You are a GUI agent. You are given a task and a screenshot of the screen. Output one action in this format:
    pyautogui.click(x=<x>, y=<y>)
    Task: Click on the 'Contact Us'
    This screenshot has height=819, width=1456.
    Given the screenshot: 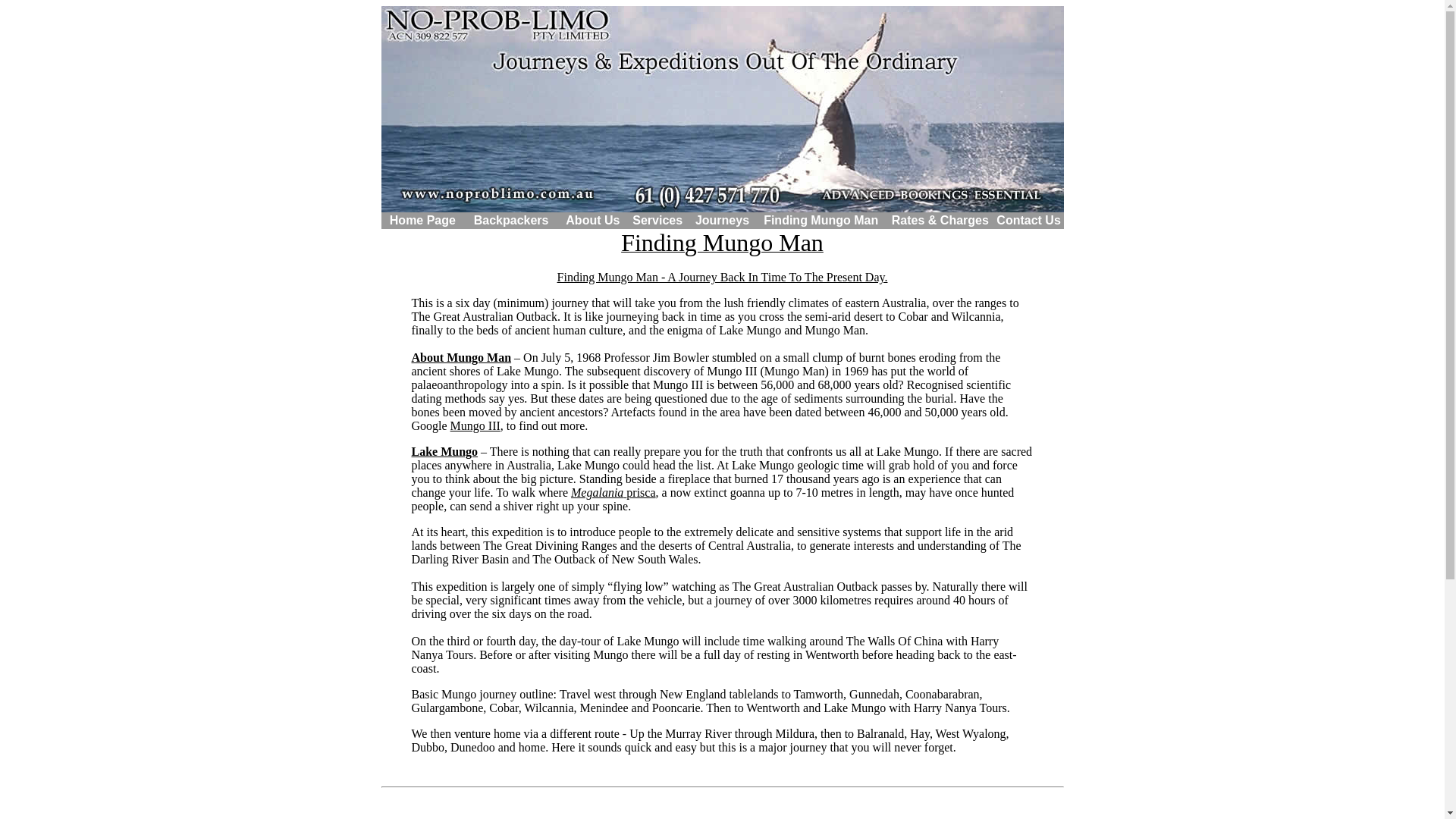 What is the action you would take?
    pyautogui.click(x=1028, y=220)
    